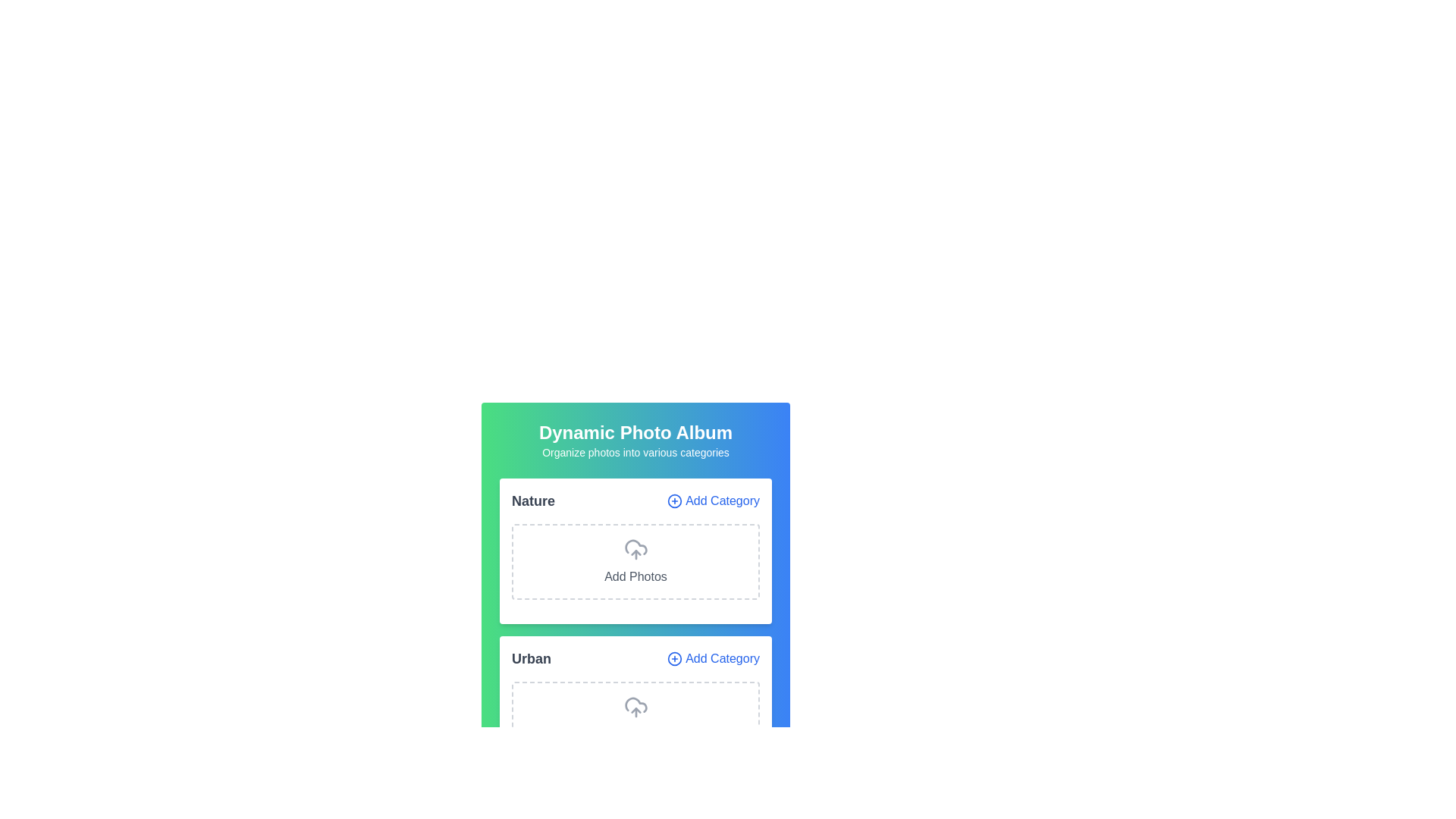 The image size is (1456, 819). I want to click on the 'Add Photos' text label located at the bottom of the 'Nature' card, which has dashed borders and a cloud icon above it, so click(635, 576).